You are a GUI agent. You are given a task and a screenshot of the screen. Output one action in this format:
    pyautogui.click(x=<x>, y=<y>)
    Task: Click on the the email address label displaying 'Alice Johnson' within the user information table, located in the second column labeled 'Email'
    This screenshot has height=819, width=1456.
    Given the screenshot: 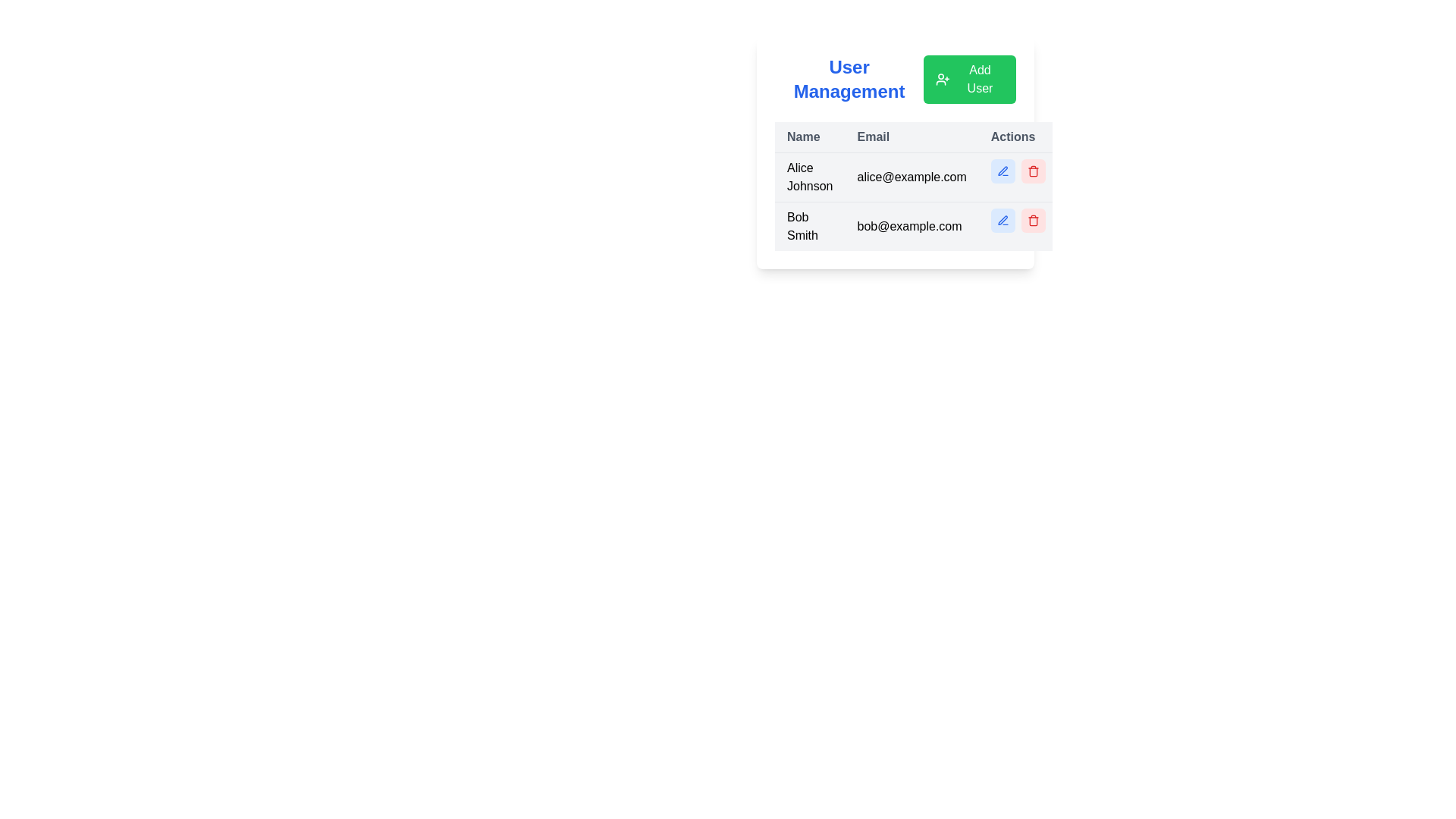 What is the action you would take?
    pyautogui.click(x=911, y=177)
    